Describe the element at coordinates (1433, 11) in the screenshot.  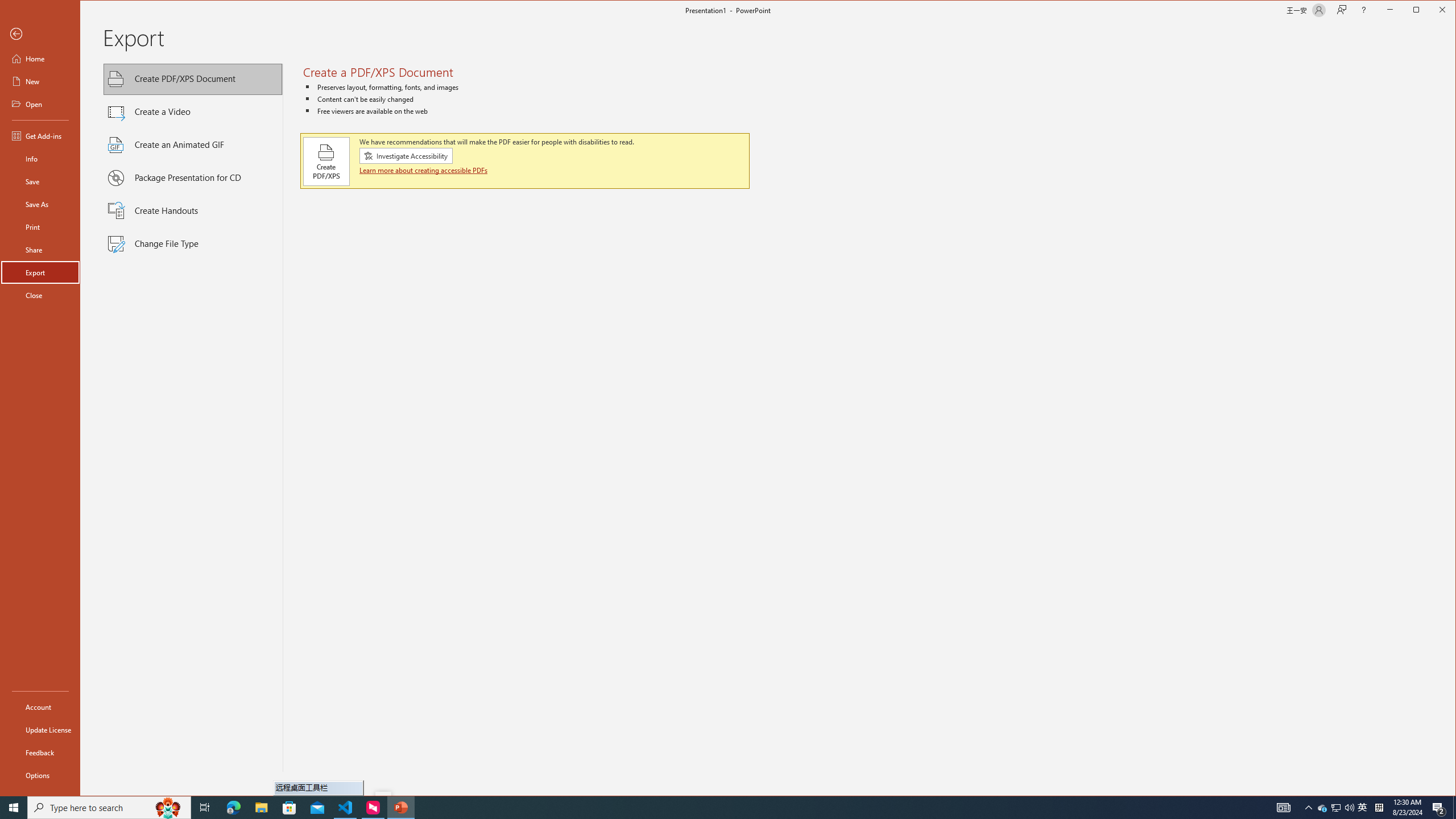
I see `'Maximize'` at that location.